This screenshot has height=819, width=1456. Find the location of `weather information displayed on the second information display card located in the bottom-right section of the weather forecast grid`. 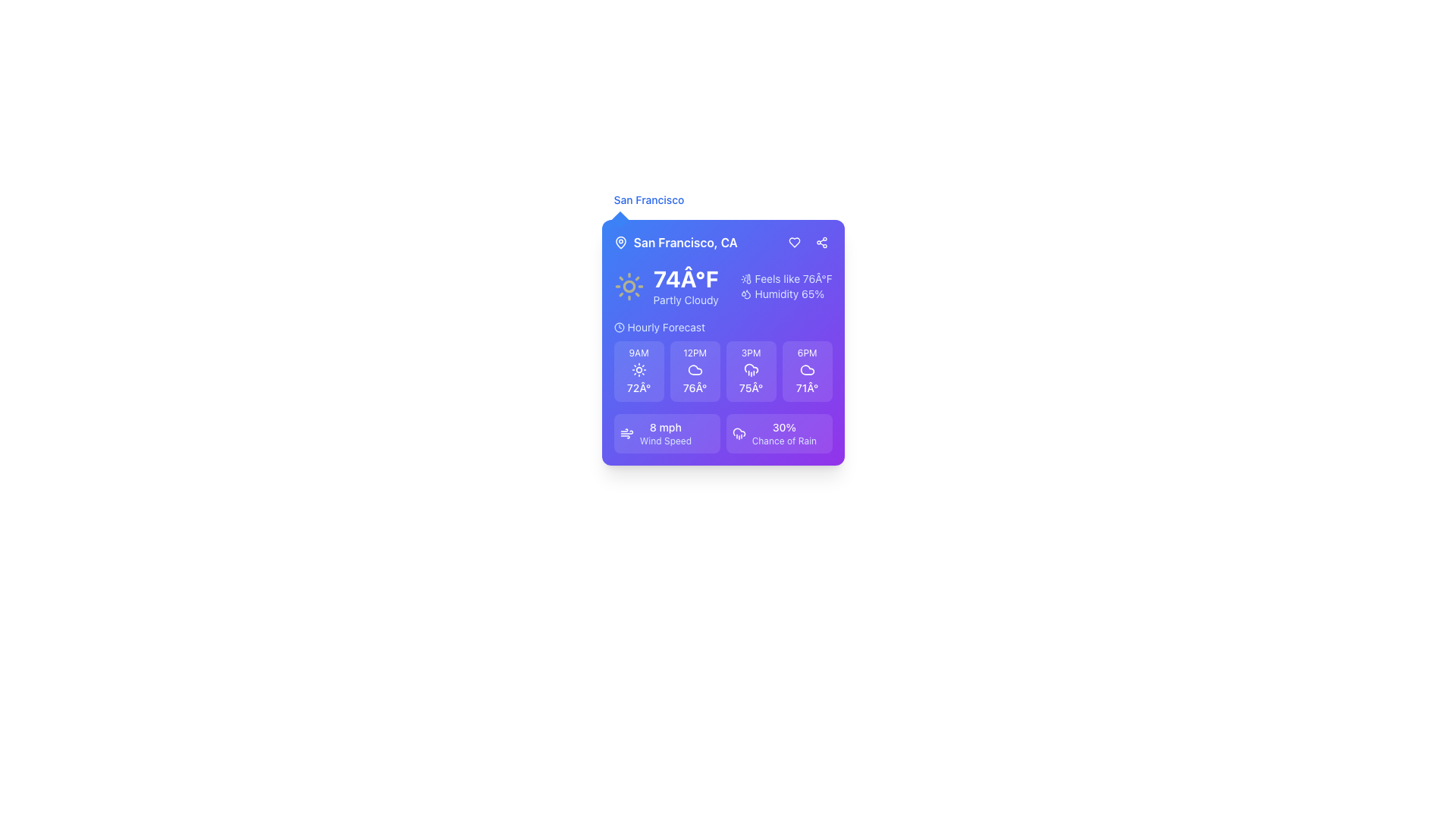

weather information displayed on the second information display card located in the bottom-right section of the weather forecast grid is located at coordinates (779, 433).